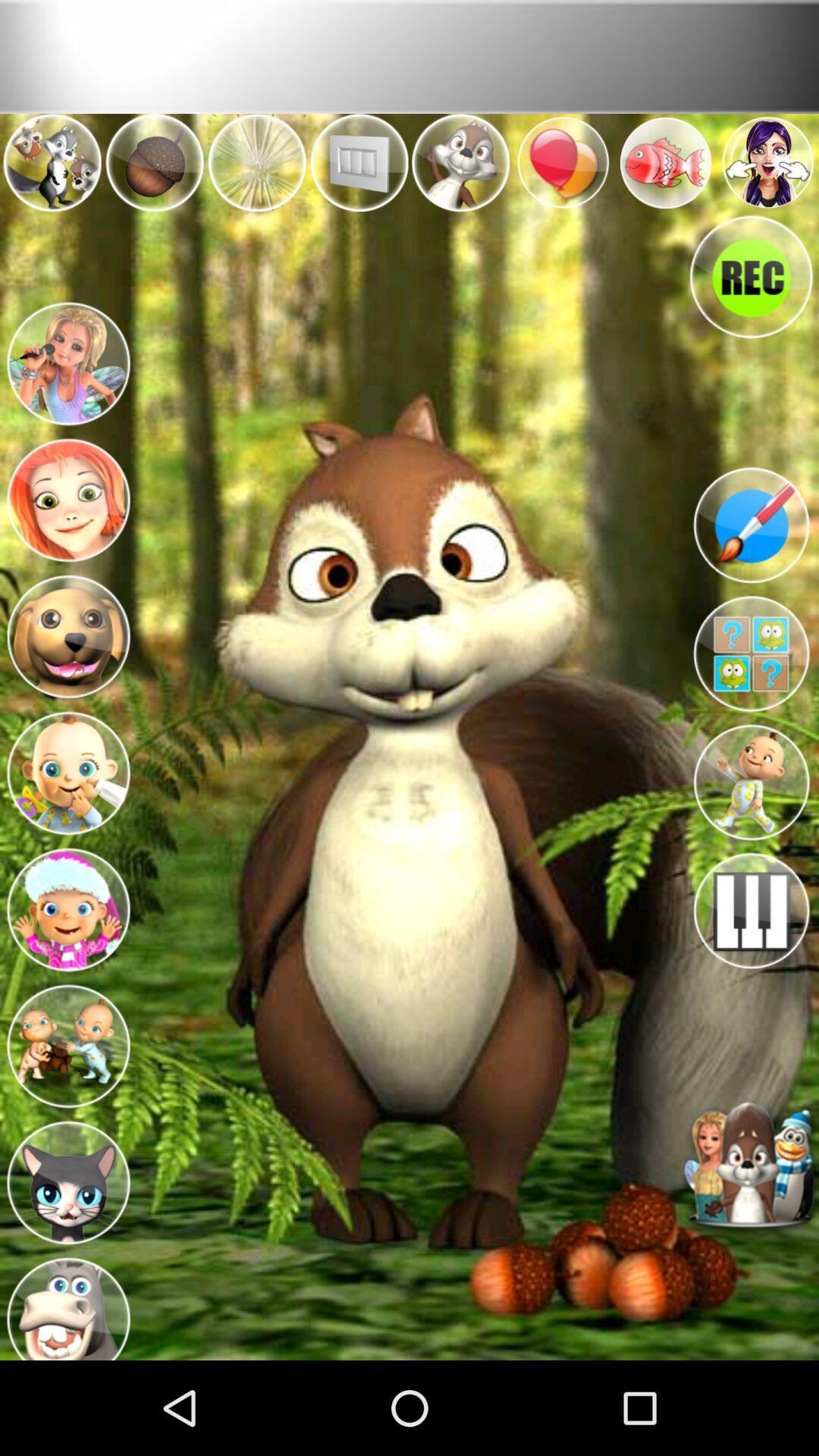 The height and width of the screenshot is (1456, 819). I want to click on choose a different character, so click(751, 1167).